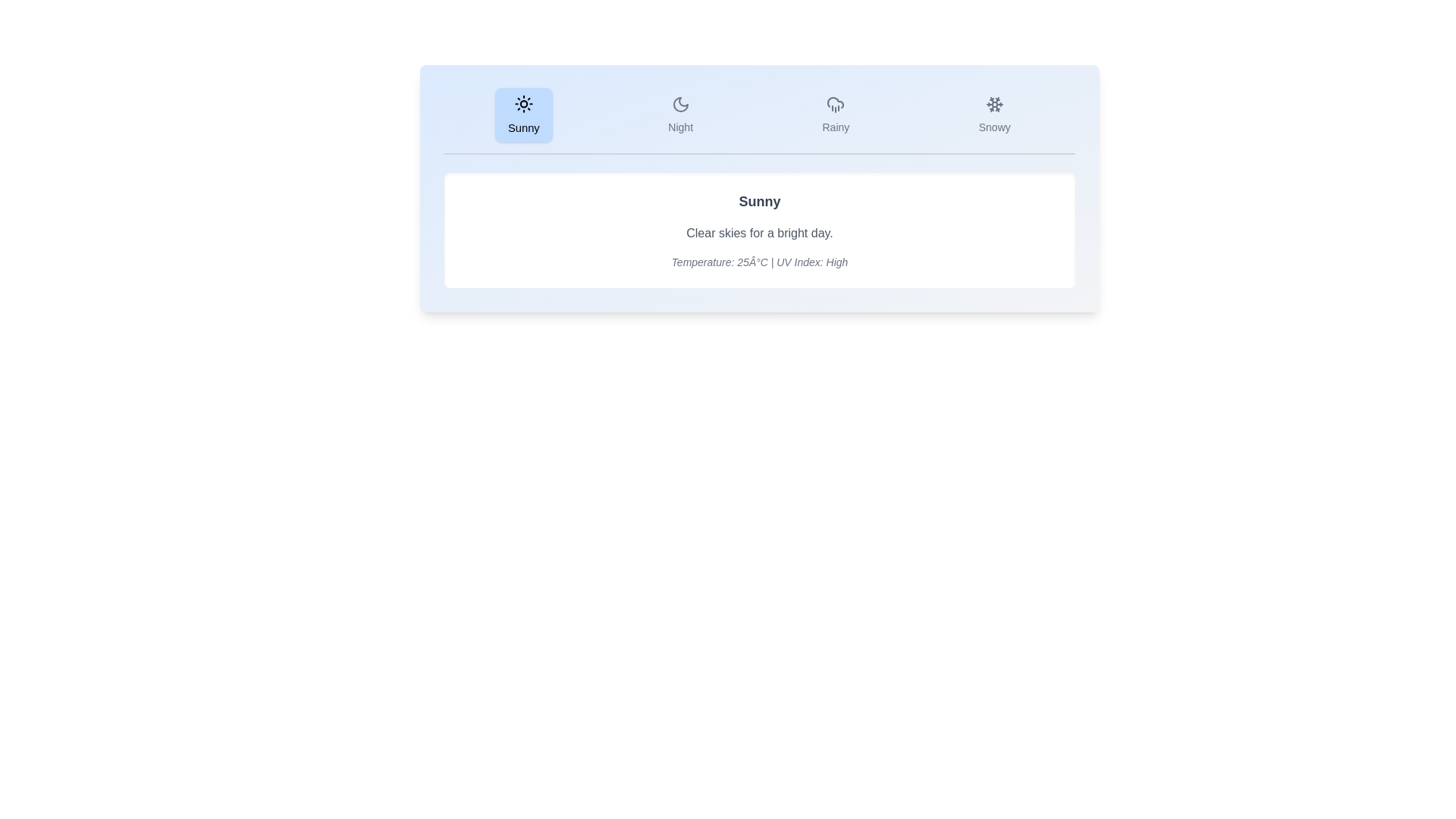 The height and width of the screenshot is (819, 1456). I want to click on the tab corresponding to Snowy to activate it, so click(994, 114).